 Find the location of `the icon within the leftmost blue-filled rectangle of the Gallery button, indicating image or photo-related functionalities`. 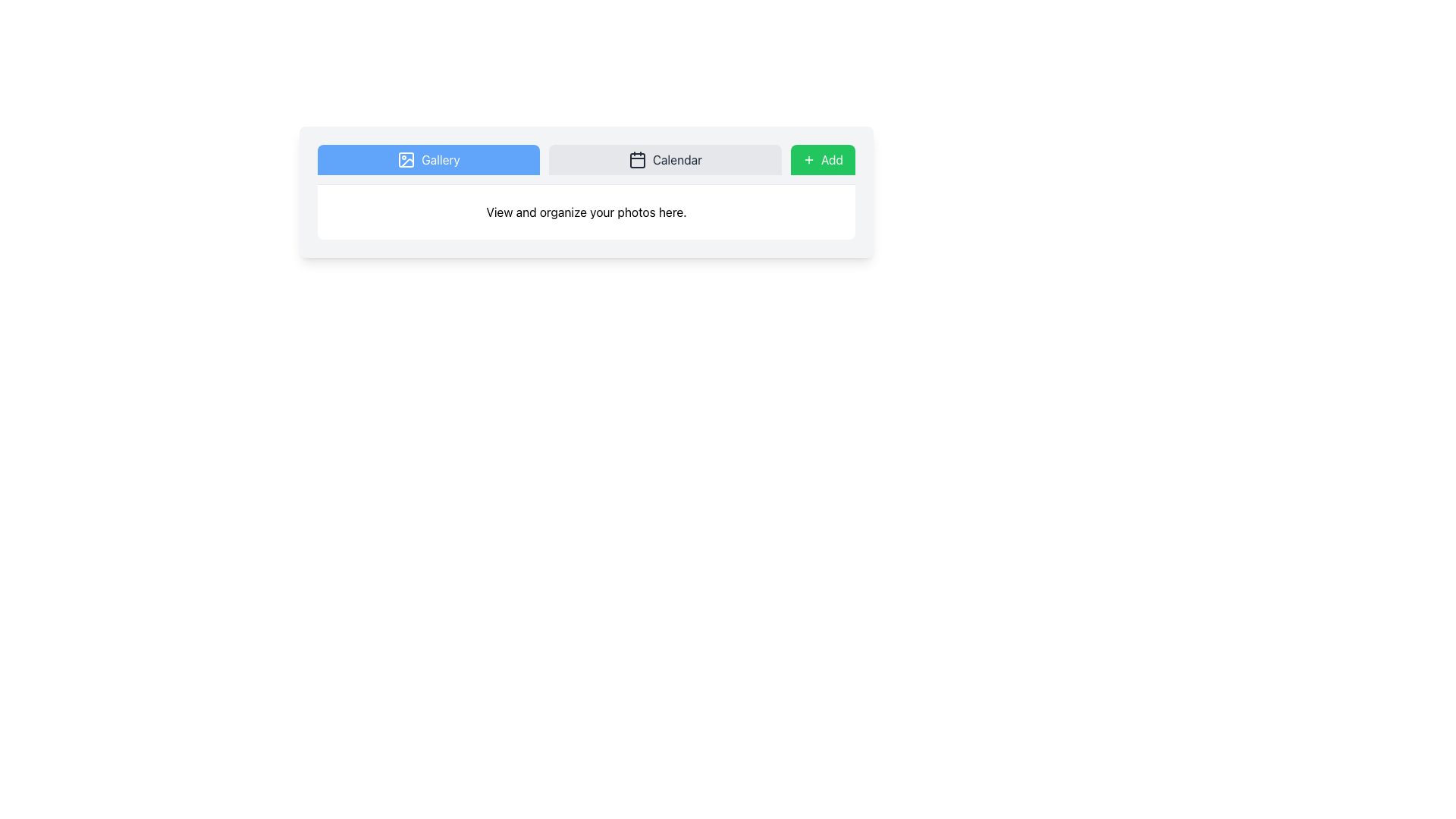

the icon within the leftmost blue-filled rectangle of the Gallery button, indicating image or photo-related functionalities is located at coordinates (406, 160).